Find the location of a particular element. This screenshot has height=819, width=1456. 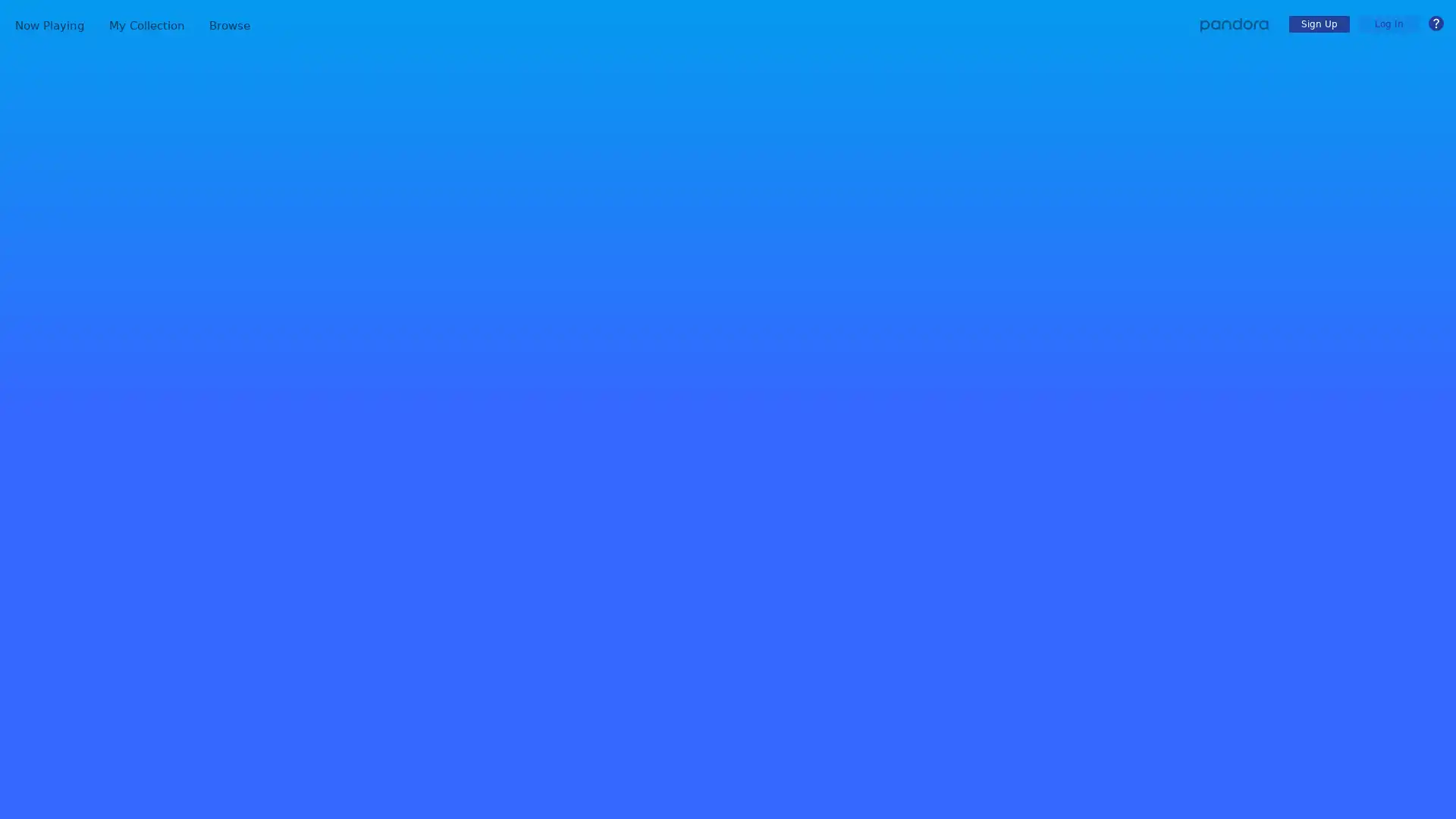

Play Ep. 44 | Blue Origins SVP Brent Sherwood on Engineering to Live and Work in Space Ep. 44 | Blue Origins SVP Brent Sherwood on Engineering to Live and Work in Space Apr 26, 2022 51:40 more ... 3... 2... 1... Liftoff! In this episode of Moores Lobby, a veteran of the aerospace industry, Brent Sherwood, Blue Origins Senior Vice President of Advanced Development Programs, discusses the barriers and breakthroughs for all nations, companies, and people to (literally) get outta this world. Sherwood shares how his childhood dream to build cities on the moon led him on an unorthodox journey to become an aerospace engineer and one of the worlds leaders in the field of space exploration. Sherwoods career has been spent living out his grown-up dreams. First at Boeing, then NASAs Jet Propulsion Laboratory (JPL), and now Blue Origin. Architecting for space exploration and habitation requires a lot of people, money, and resources. It also takes a deep knowledge of hardware, mechanical, electrical, and industrial engineering in this new space architecture field. Sherwood brings us behind the scenes of both his experiences and Blue Origins projects and goals. Sherwood addresses earth's fragility and spaces potential for human civilization and the development of new energy and material resources. Blue Origin is looking to dramatically reduce the cost and risk for people to pursue these goals and turn these dreams into reality. Science Fiction is Becoming a Science Reality Listen in on this great conversation with Brent Sherwood. Highlights include: -Why part of space is like living inside of a VCR -How many sunrises and sunsets happen in space each day -How power sources (e.g., sun and nuclear) will play critical roles in creating and maintaining space architecture -Design for reusable liquid rocket engines, microgravity, and timeless aesthetics -The vision behind Blue Origins Orbital Reef - a commercially developed, owned, and operated space station scheduled to orbit by the end of this decade (thats 2030less 8 years away!) -Sherwood discusses his favorite celestial body (everyone has one of those, right?) is located at coordinates (974, 721).